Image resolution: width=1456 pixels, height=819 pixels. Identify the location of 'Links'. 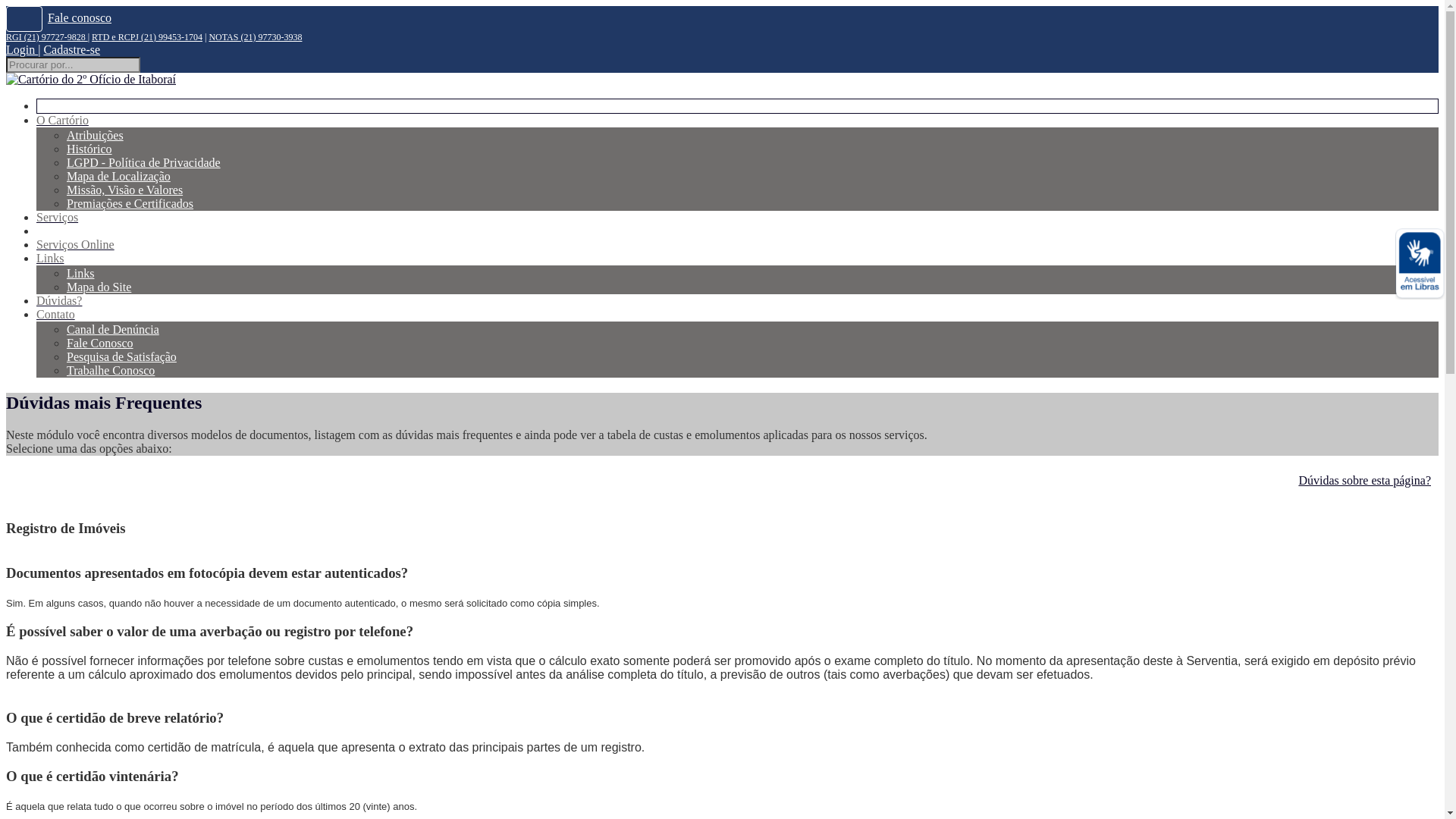
(79, 273).